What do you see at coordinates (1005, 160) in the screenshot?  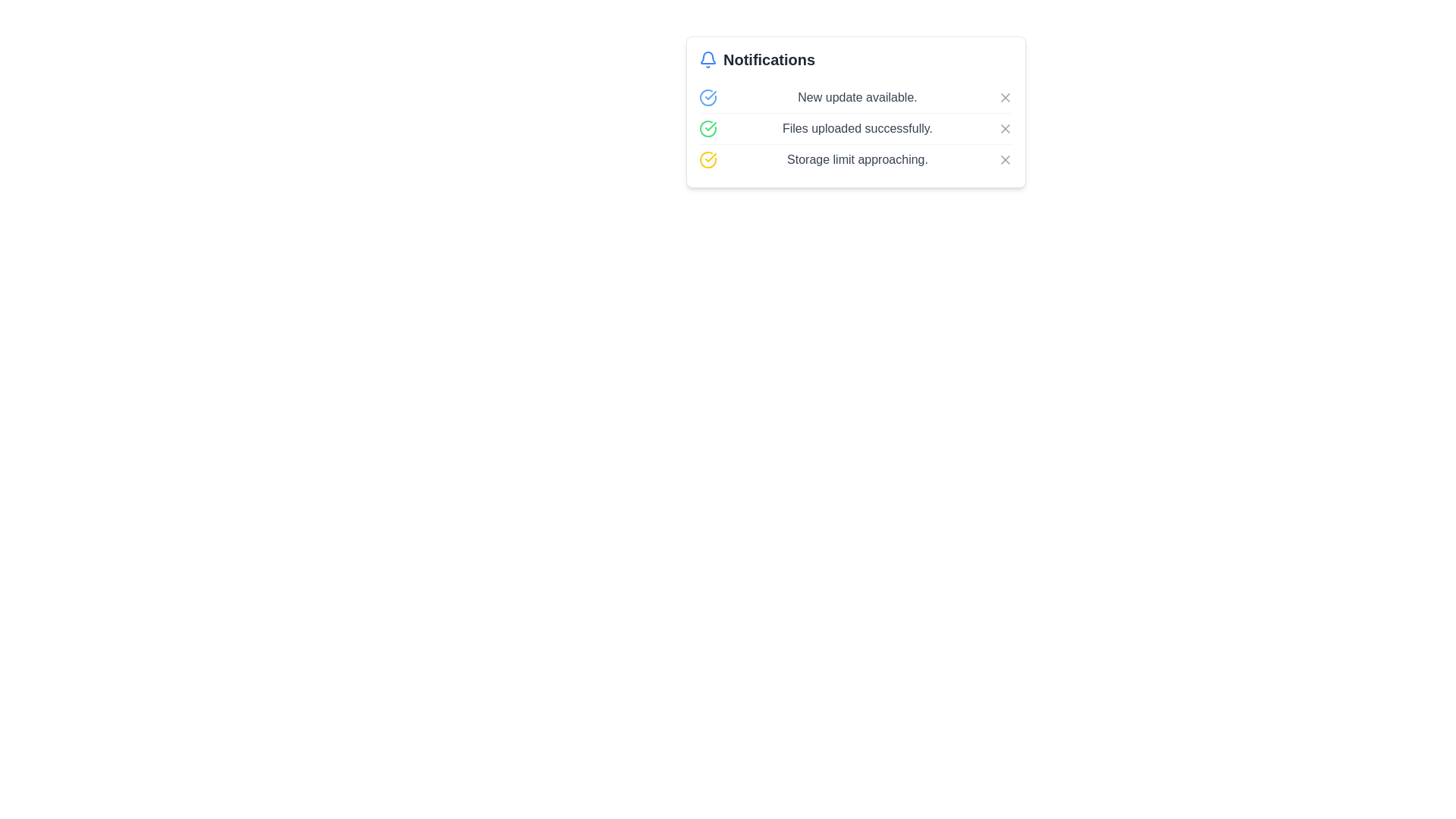 I see `the dismiss button located on the far right of the notification block` at bounding box center [1005, 160].